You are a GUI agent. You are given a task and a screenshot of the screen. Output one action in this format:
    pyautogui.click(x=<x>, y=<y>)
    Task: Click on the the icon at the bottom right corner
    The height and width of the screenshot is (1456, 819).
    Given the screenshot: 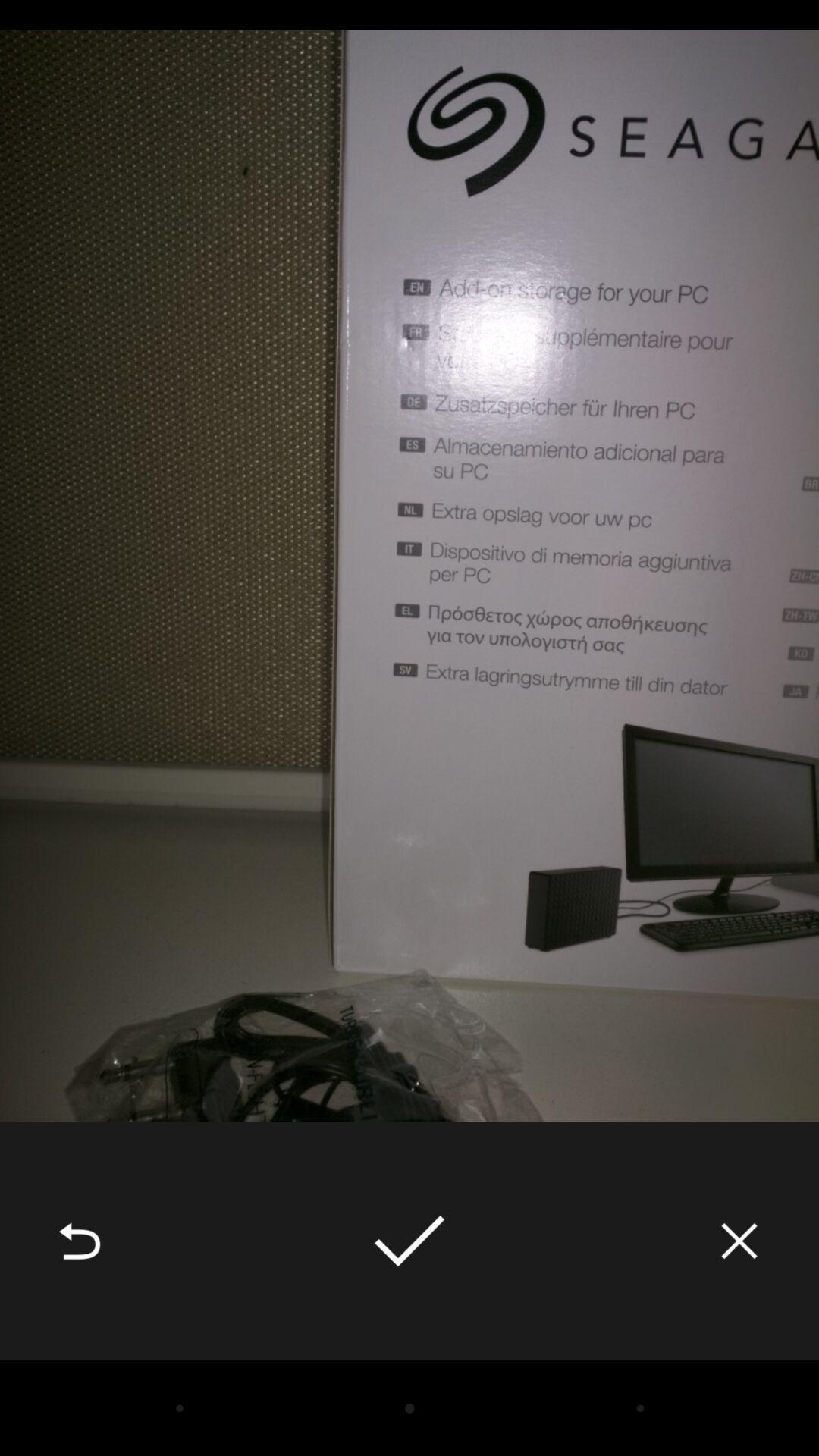 What is the action you would take?
    pyautogui.click(x=739, y=1241)
    